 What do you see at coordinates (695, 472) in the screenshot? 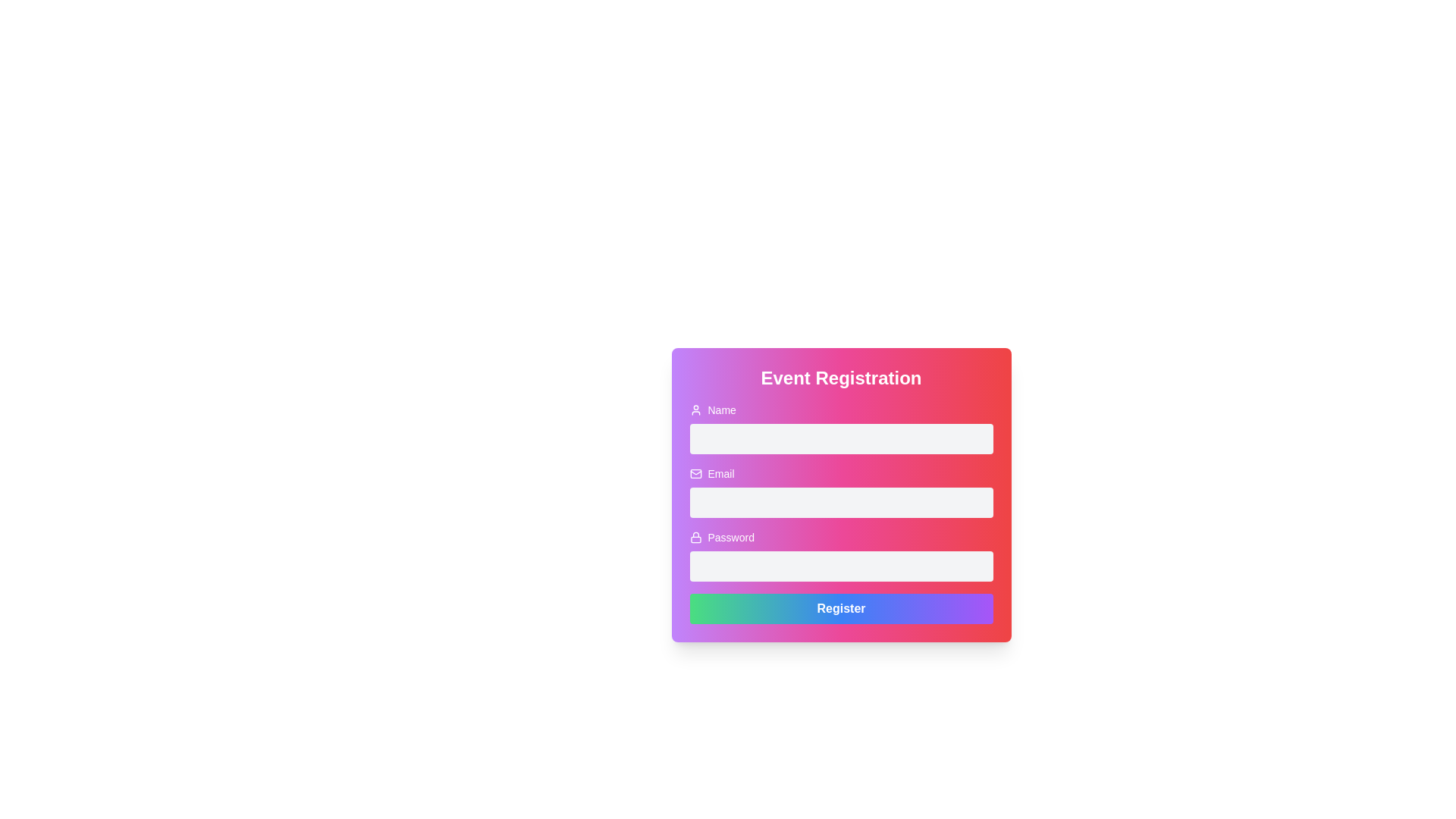
I see `the minimalistic envelope icon located directly to the left of the 'Email' label in the Event Registration form` at bounding box center [695, 472].